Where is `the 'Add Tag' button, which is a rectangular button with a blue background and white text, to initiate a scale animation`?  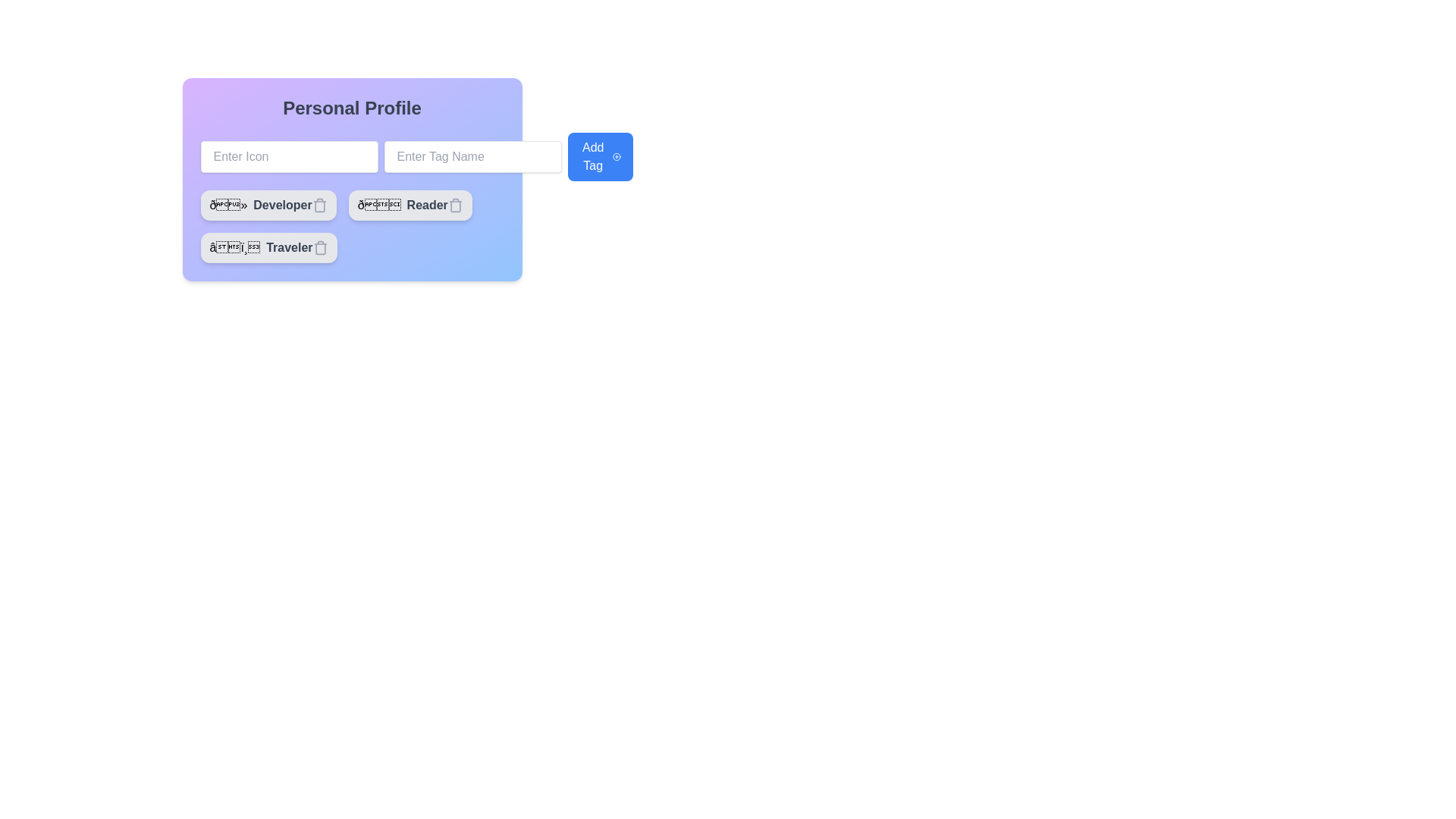 the 'Add Tag' button, which is a rectangular button with a blue background and white text, to initiate a scale animation is located at coordinates (599, 157).